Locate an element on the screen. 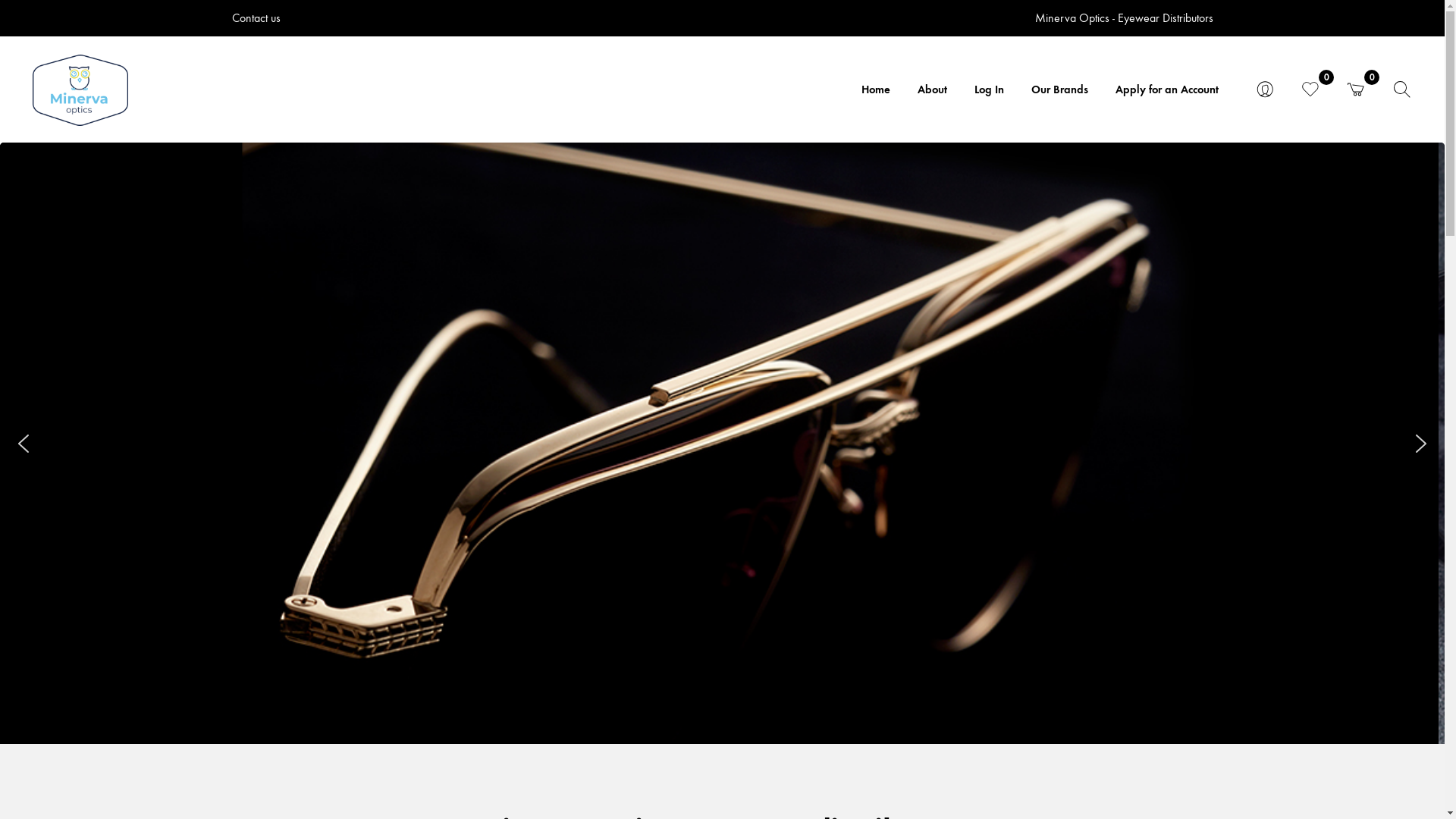  '0' is located at coordinates (1310, 90).